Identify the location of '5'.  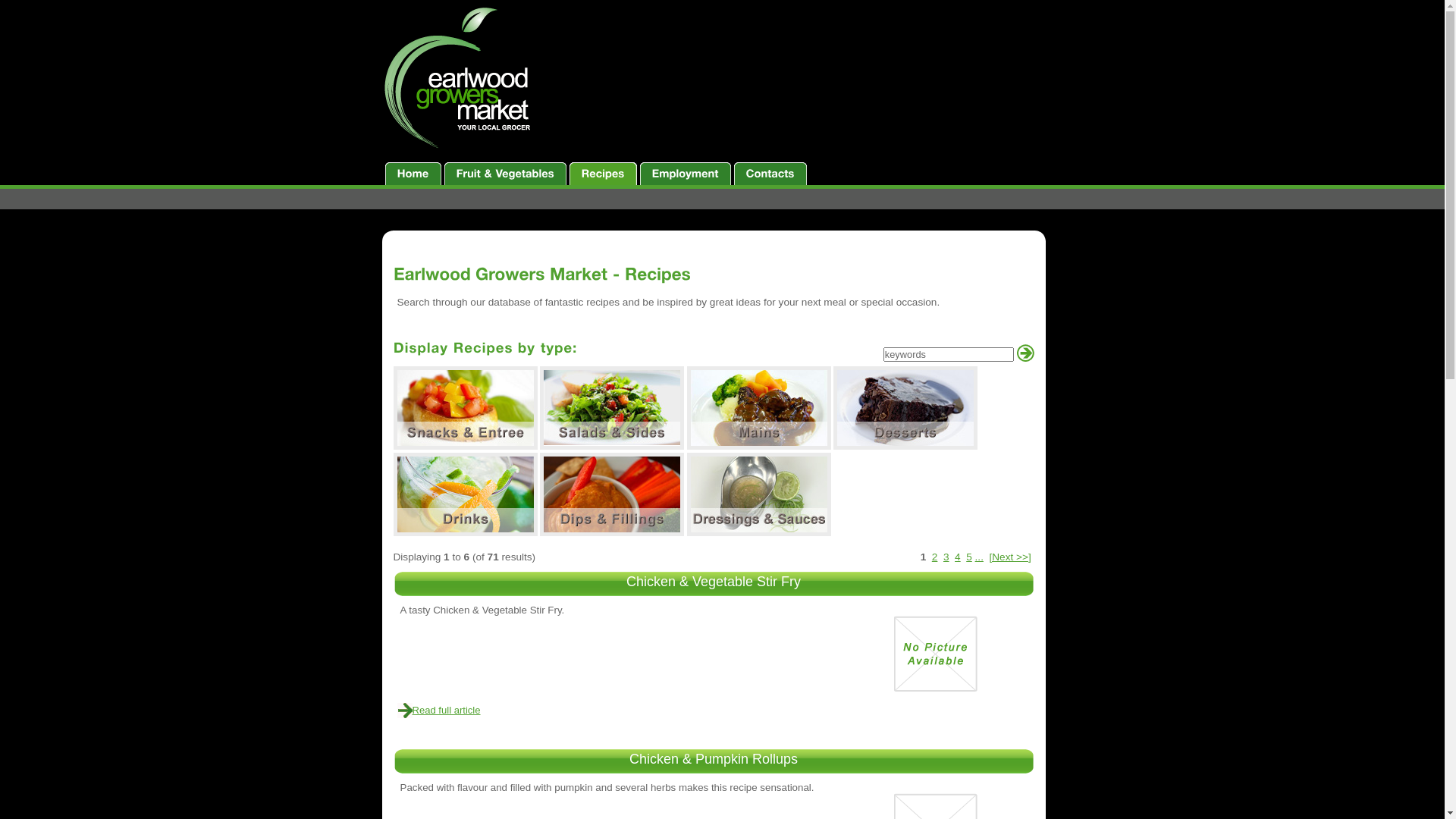
(968, 557).